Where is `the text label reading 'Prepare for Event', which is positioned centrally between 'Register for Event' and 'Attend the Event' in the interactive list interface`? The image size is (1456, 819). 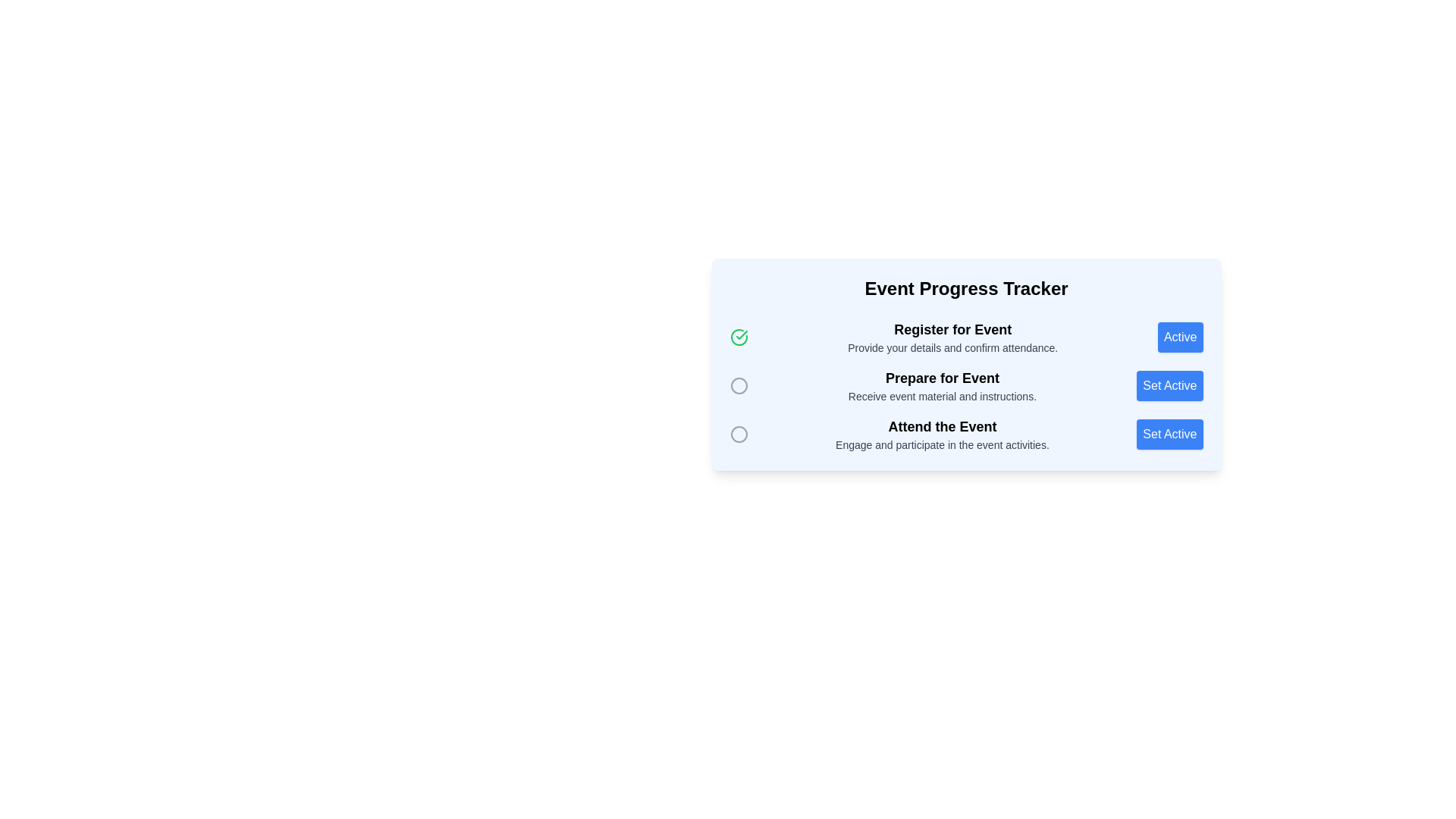
the text label reading 'Prepare for Event', which is positioned centrally between 'Register for Event' and 'Attend the Event' in the interactive list interface is located at coordinates (942, 377).